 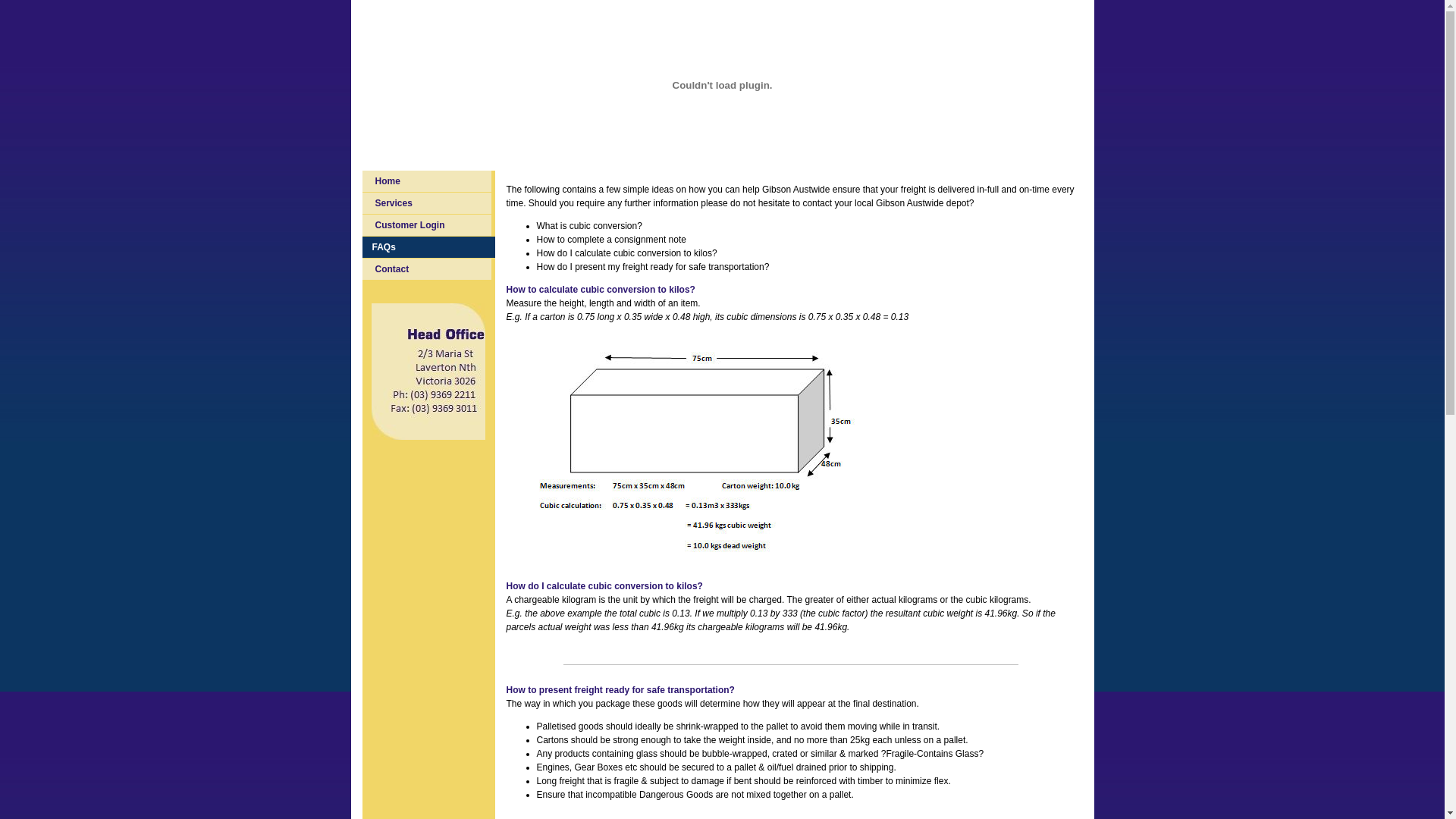 What do you see at coordinates (362, 180) in the screenshot?
I see `'Home'` at bounding box center [362, 180].